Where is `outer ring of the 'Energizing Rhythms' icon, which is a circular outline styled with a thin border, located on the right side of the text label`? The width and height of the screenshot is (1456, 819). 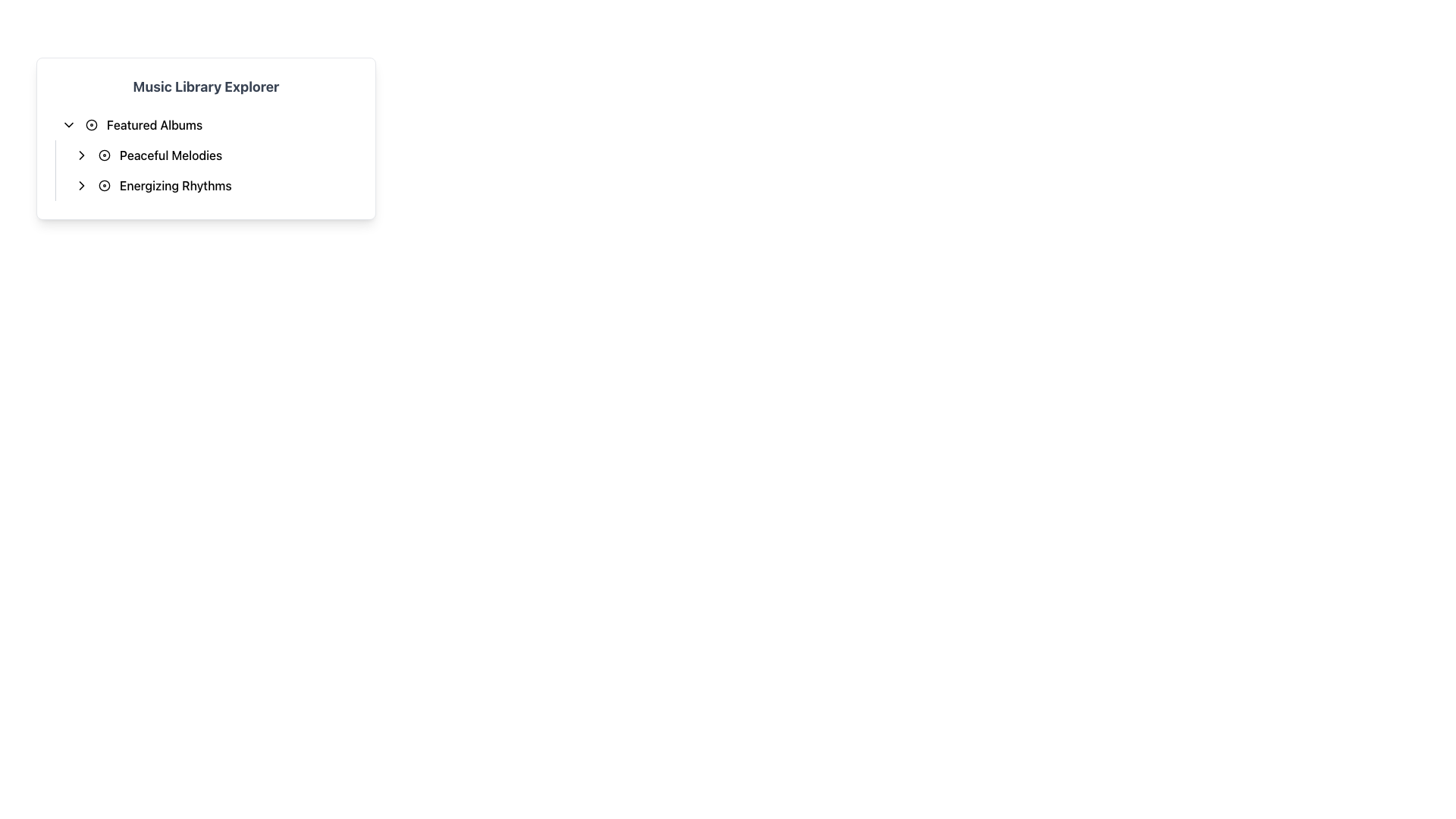
outer ring of the 'Energizing Rhythms' icon, which is a circular outline styled with a thin border, located on the right side of the text label is located at coordinates (104, 185).